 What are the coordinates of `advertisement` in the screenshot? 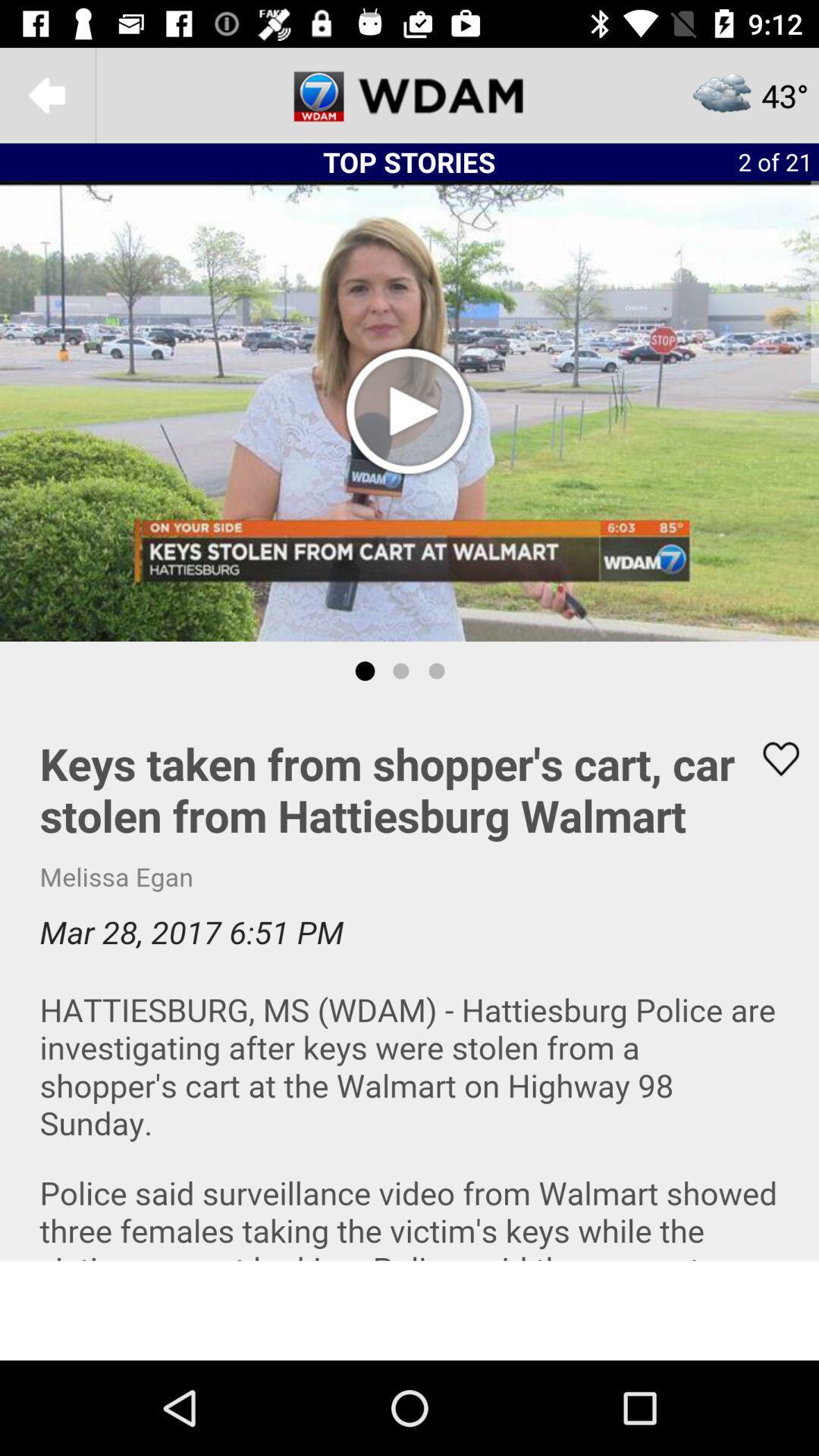 It's located at (409, 1310).